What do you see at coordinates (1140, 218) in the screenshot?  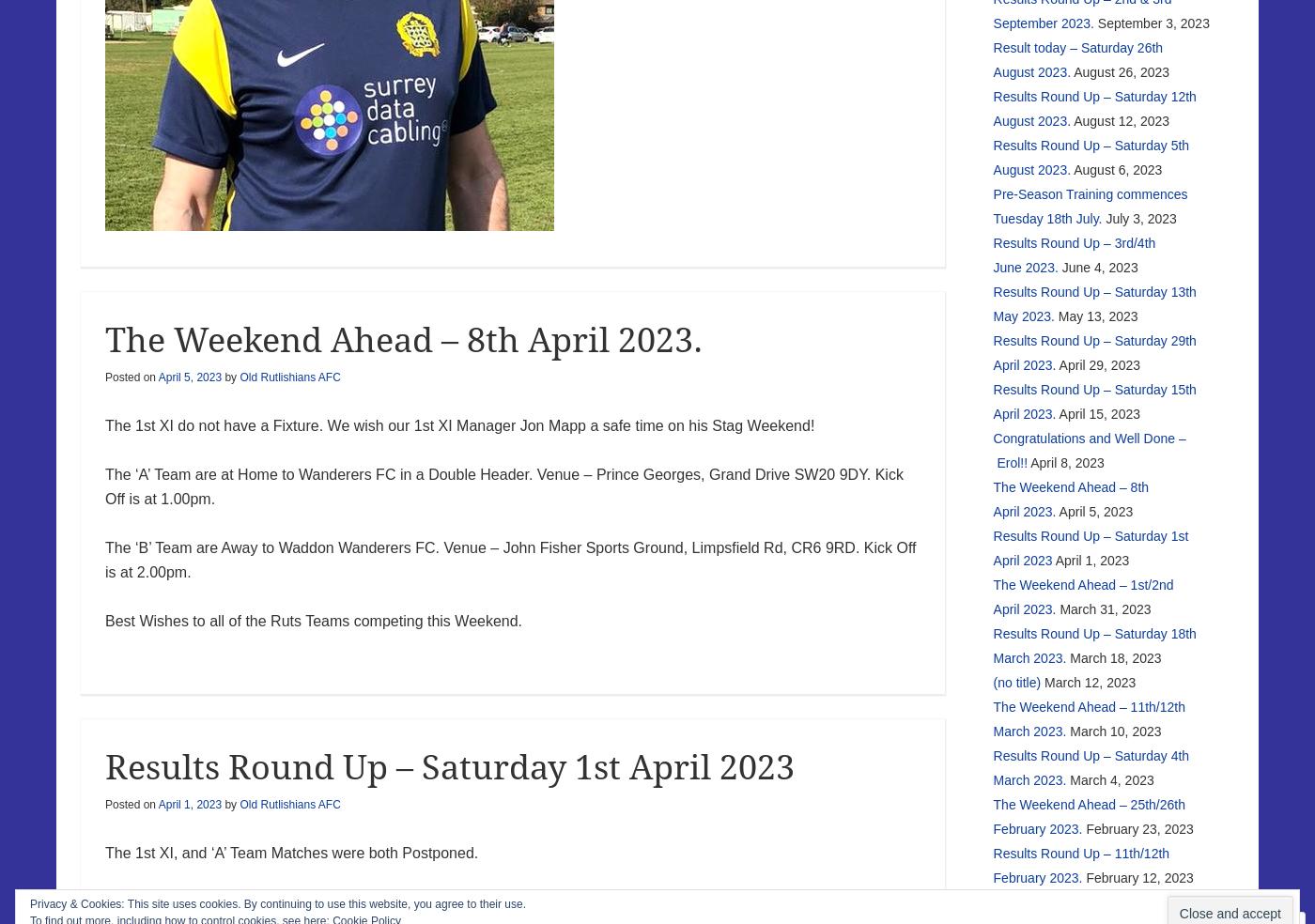 I see `'July 3, 2023'` at bounding box center [1140, 218].